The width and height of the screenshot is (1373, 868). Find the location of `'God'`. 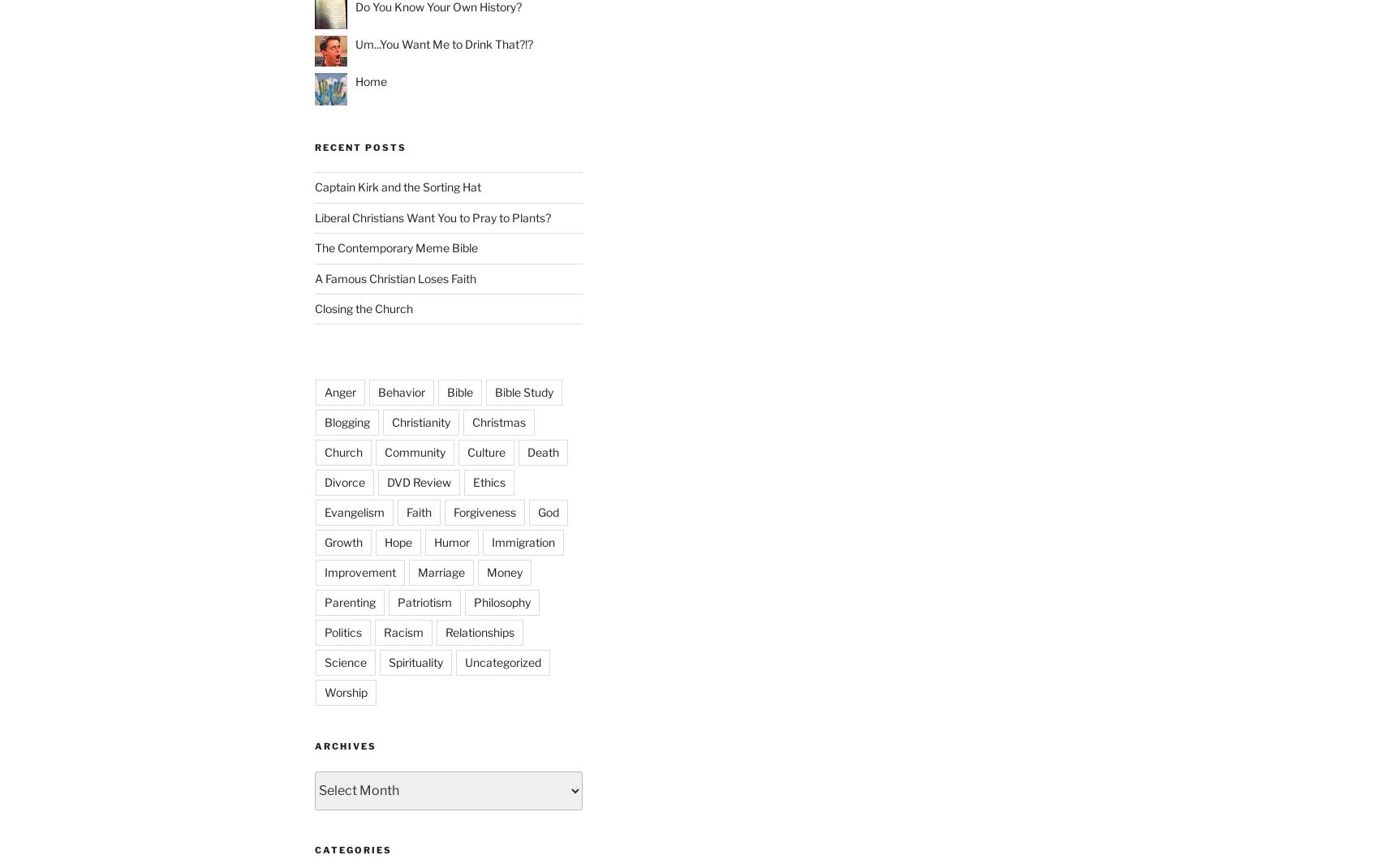

'God' is located at coordinates (537, 512).